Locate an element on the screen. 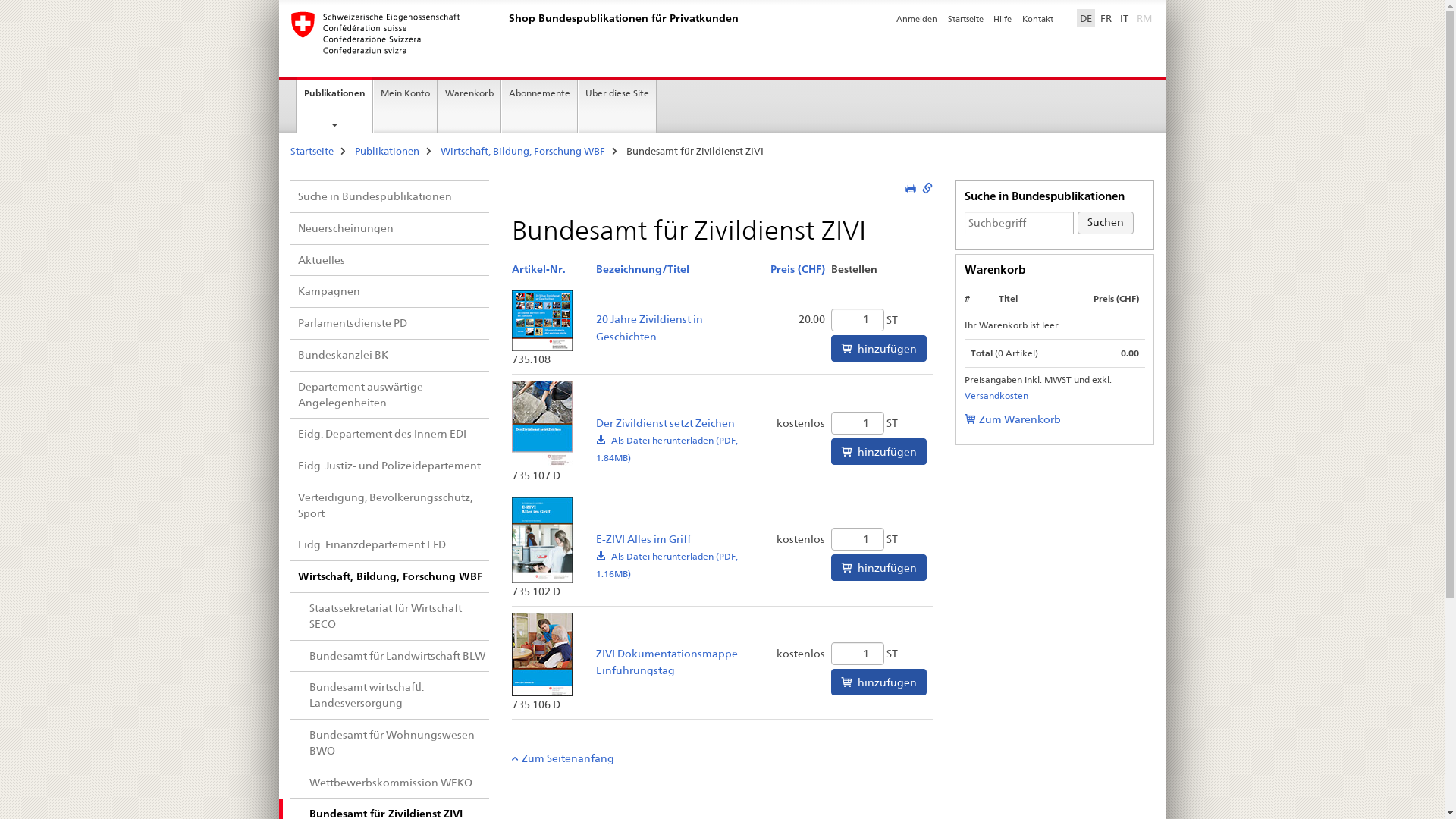 Image resolution: width=1456 pixels, height=819 pixels. 'E-ZIVI Alles im Griff: is located at coordinates (667, 564).